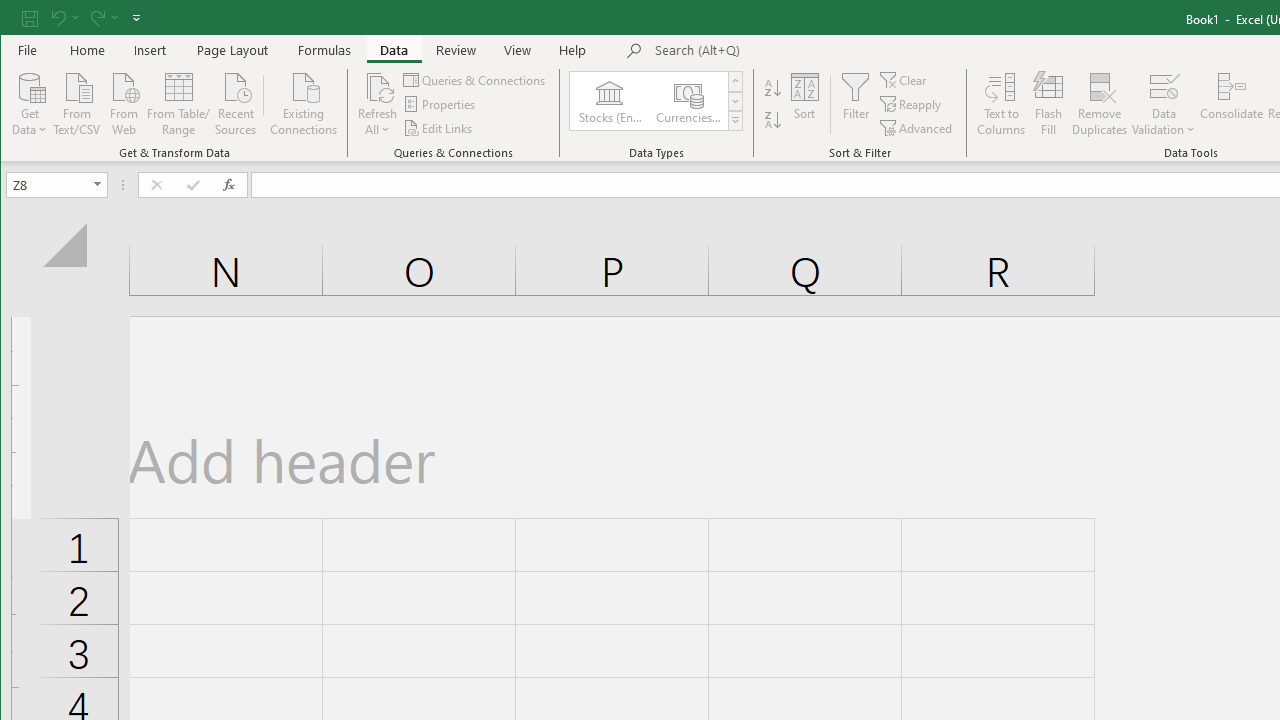  Describe the element at coordinates (76, 102) in the screenshot. I see `'From Text/CSV'` at that location.